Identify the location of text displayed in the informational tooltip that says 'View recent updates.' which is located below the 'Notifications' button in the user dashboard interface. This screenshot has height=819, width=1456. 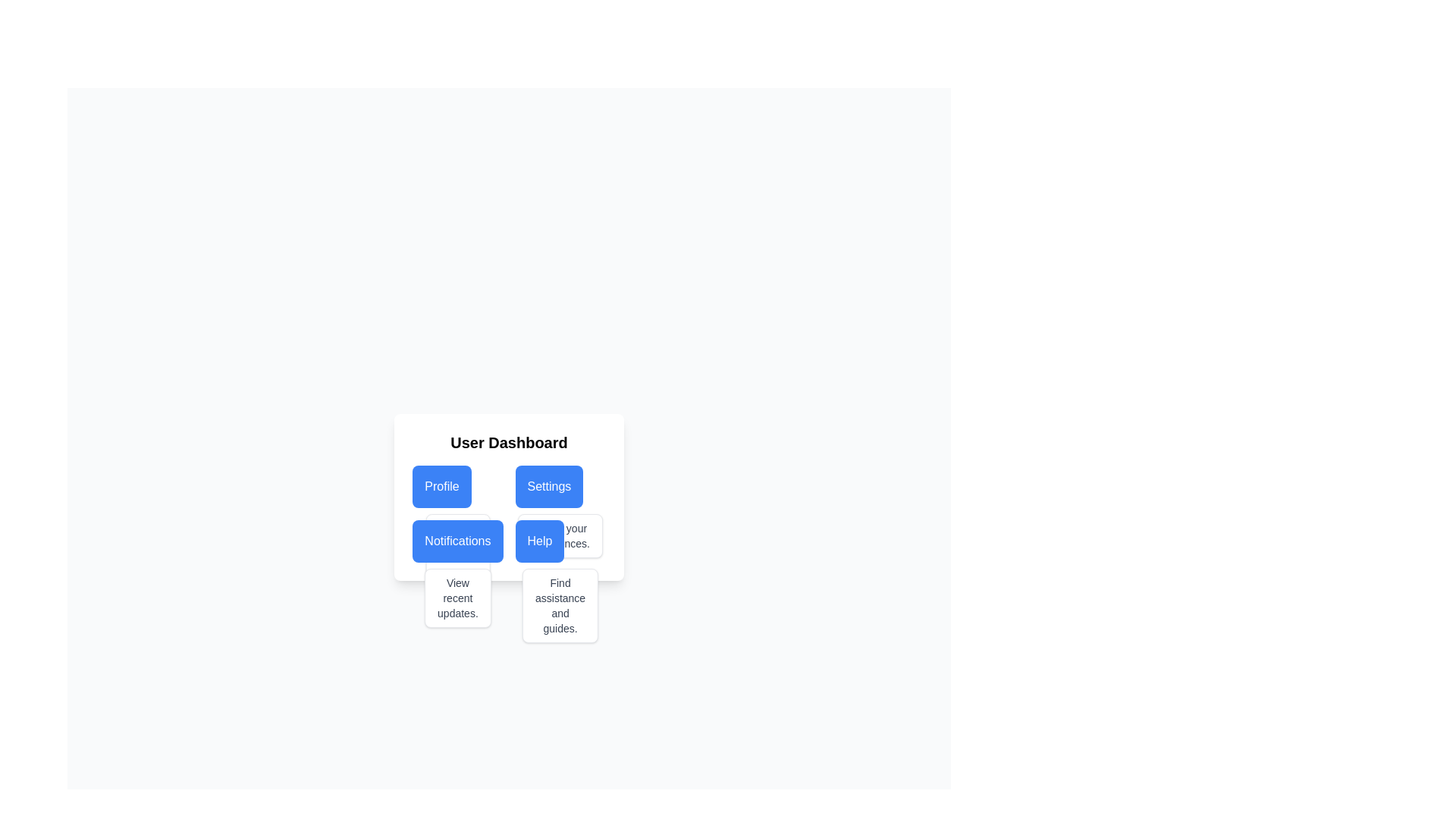
(457, 598).